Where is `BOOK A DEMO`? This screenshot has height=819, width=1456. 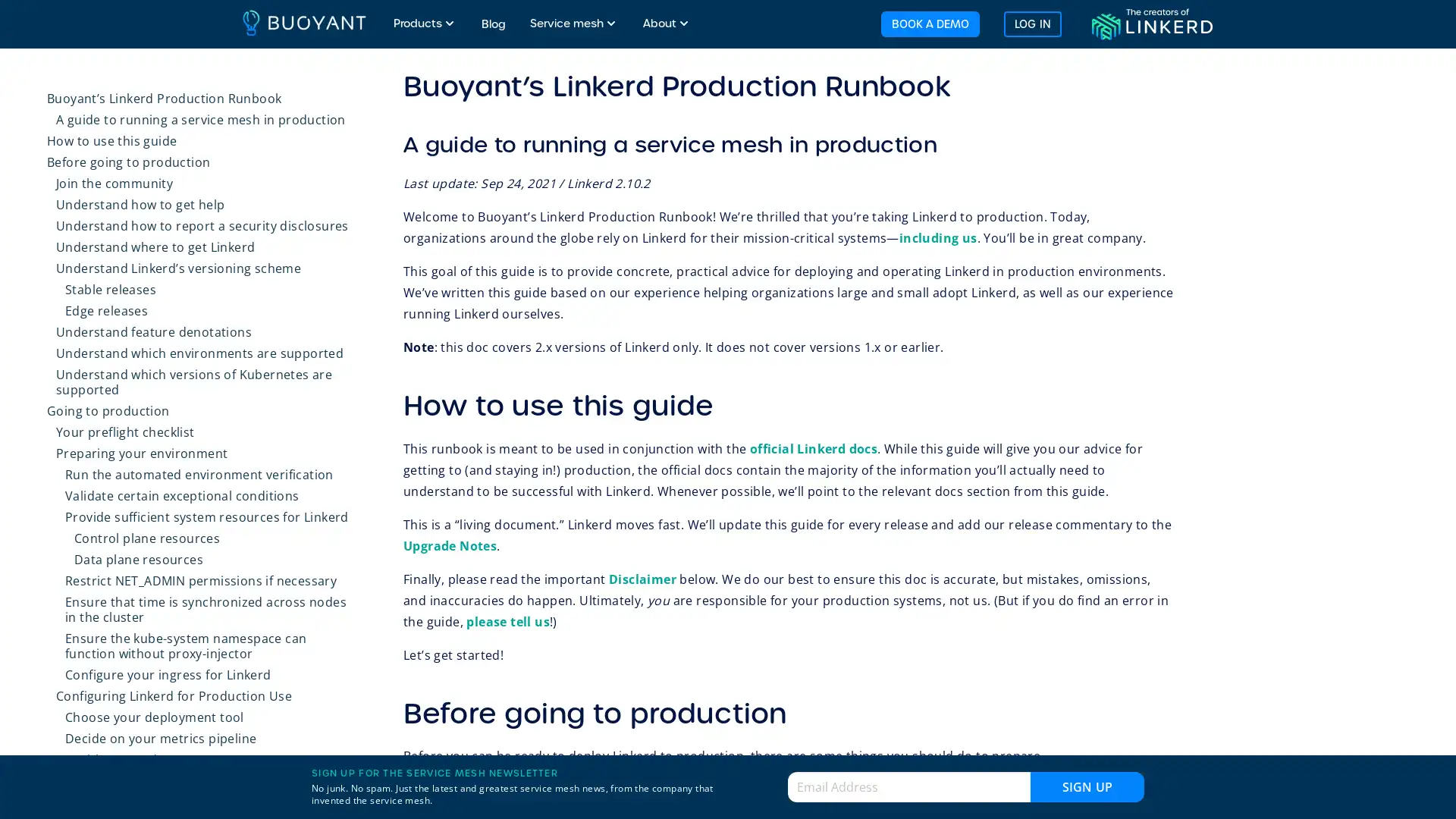 BOOK A DEMO is located at coordinates (928, 23).